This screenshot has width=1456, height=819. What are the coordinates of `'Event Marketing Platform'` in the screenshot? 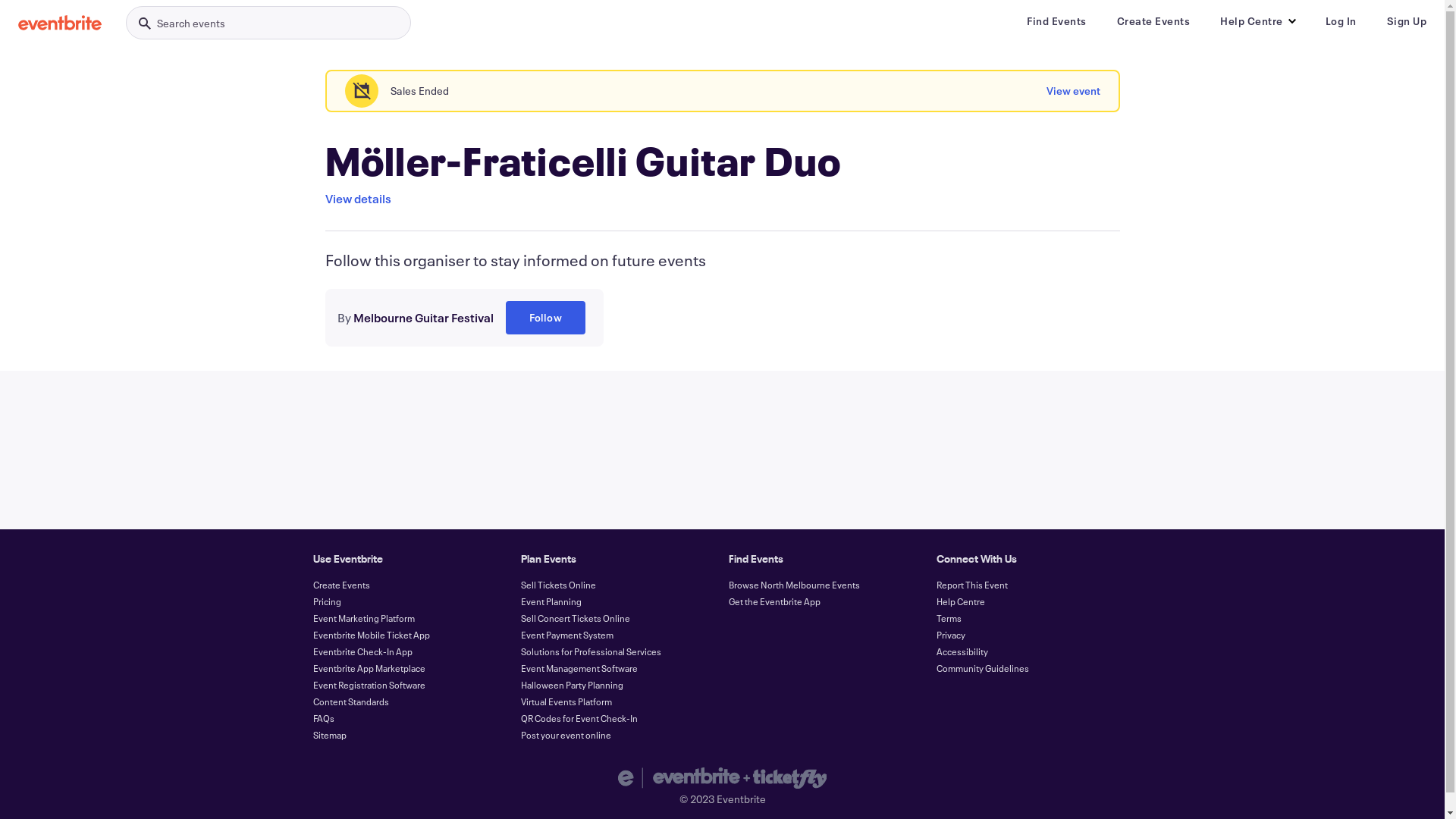 It's located at (362, 617).